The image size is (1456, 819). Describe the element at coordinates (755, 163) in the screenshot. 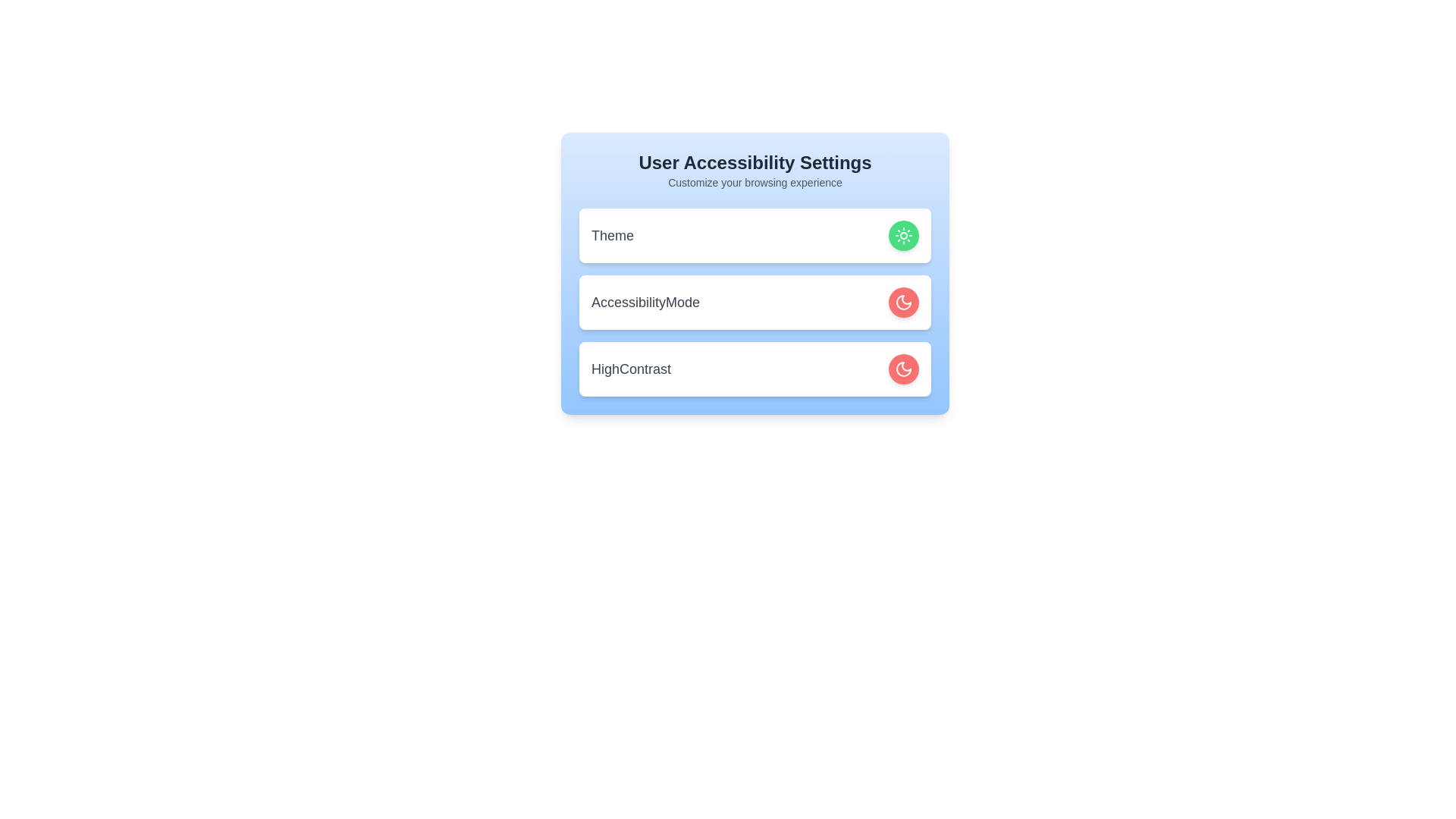

I see `the header text to examine its properties` at that location.